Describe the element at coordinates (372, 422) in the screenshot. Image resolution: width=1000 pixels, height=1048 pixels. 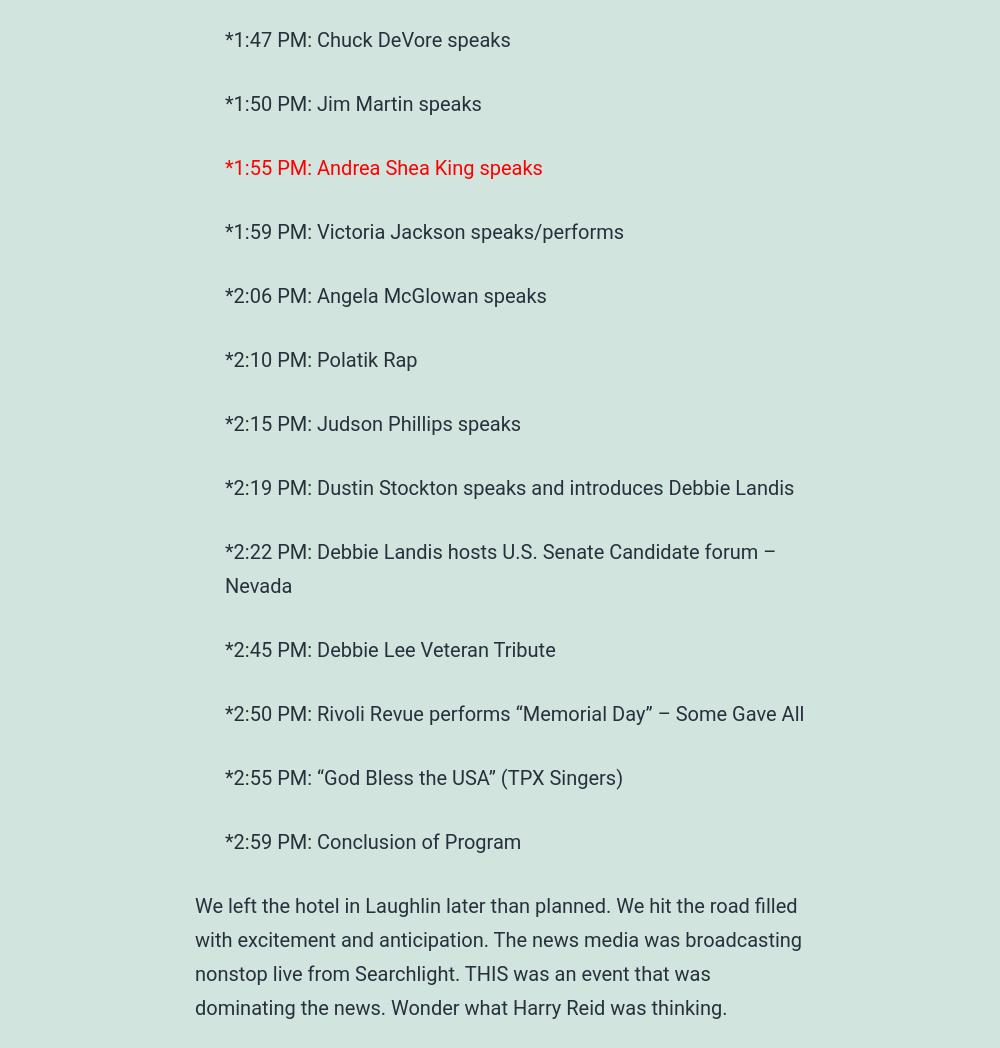
I see `'*2:15 PM: Judson Phillips speaks'` at that location.